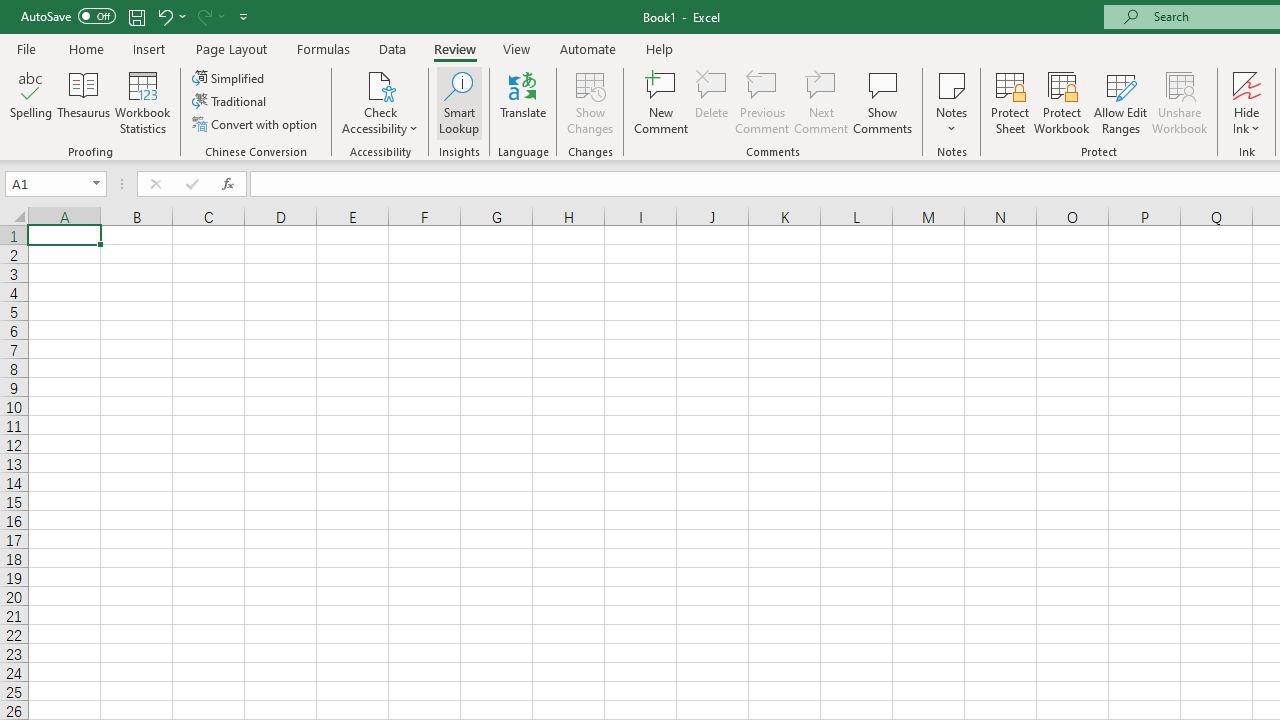  I want to click on 'Spelling...', so click(31, 103).